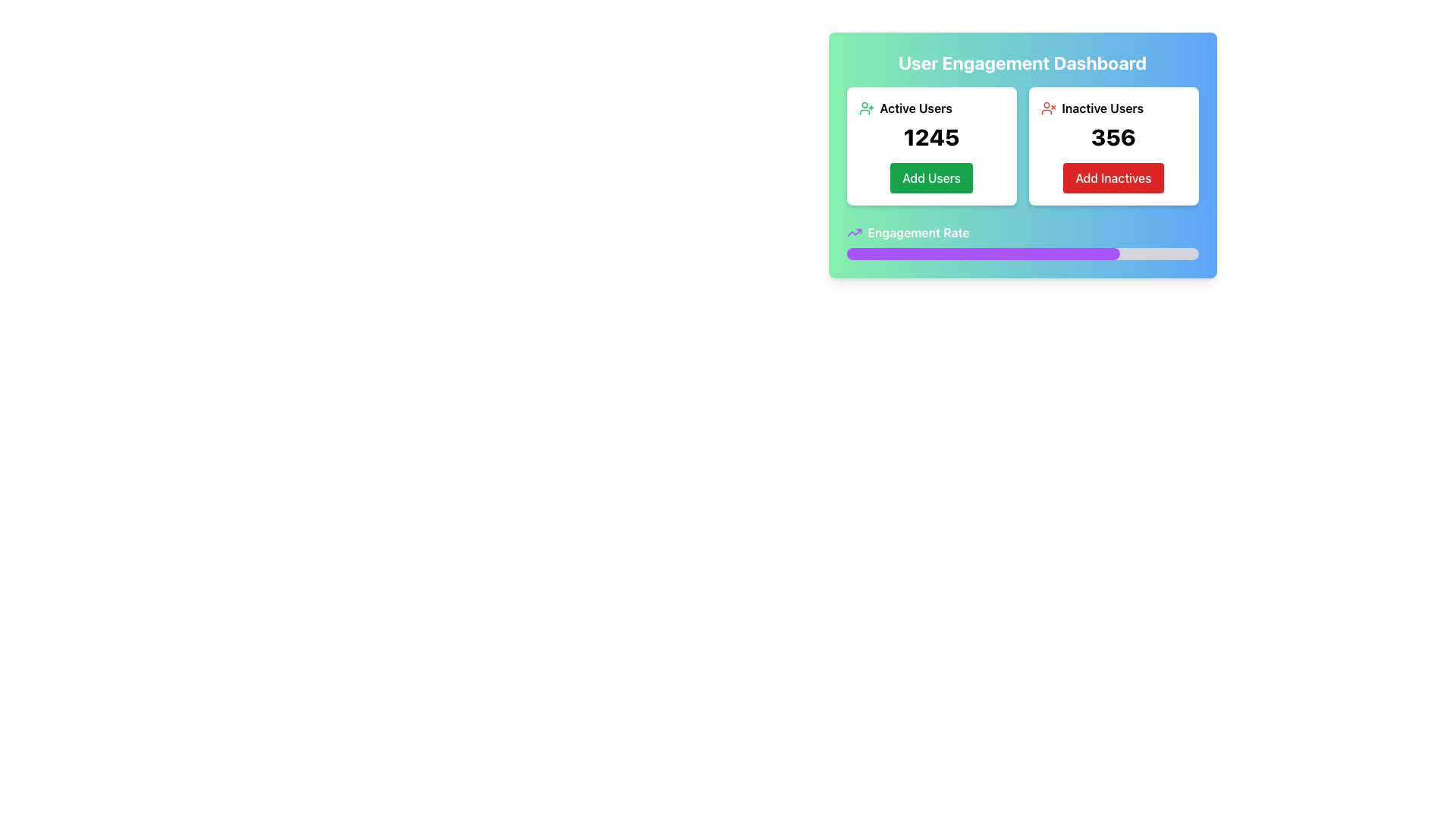  I want to click on the 'Add Users' button, which is a green rectangular button with white text located below the number '1245' in the 'Active Users' section, so click(930, 177).